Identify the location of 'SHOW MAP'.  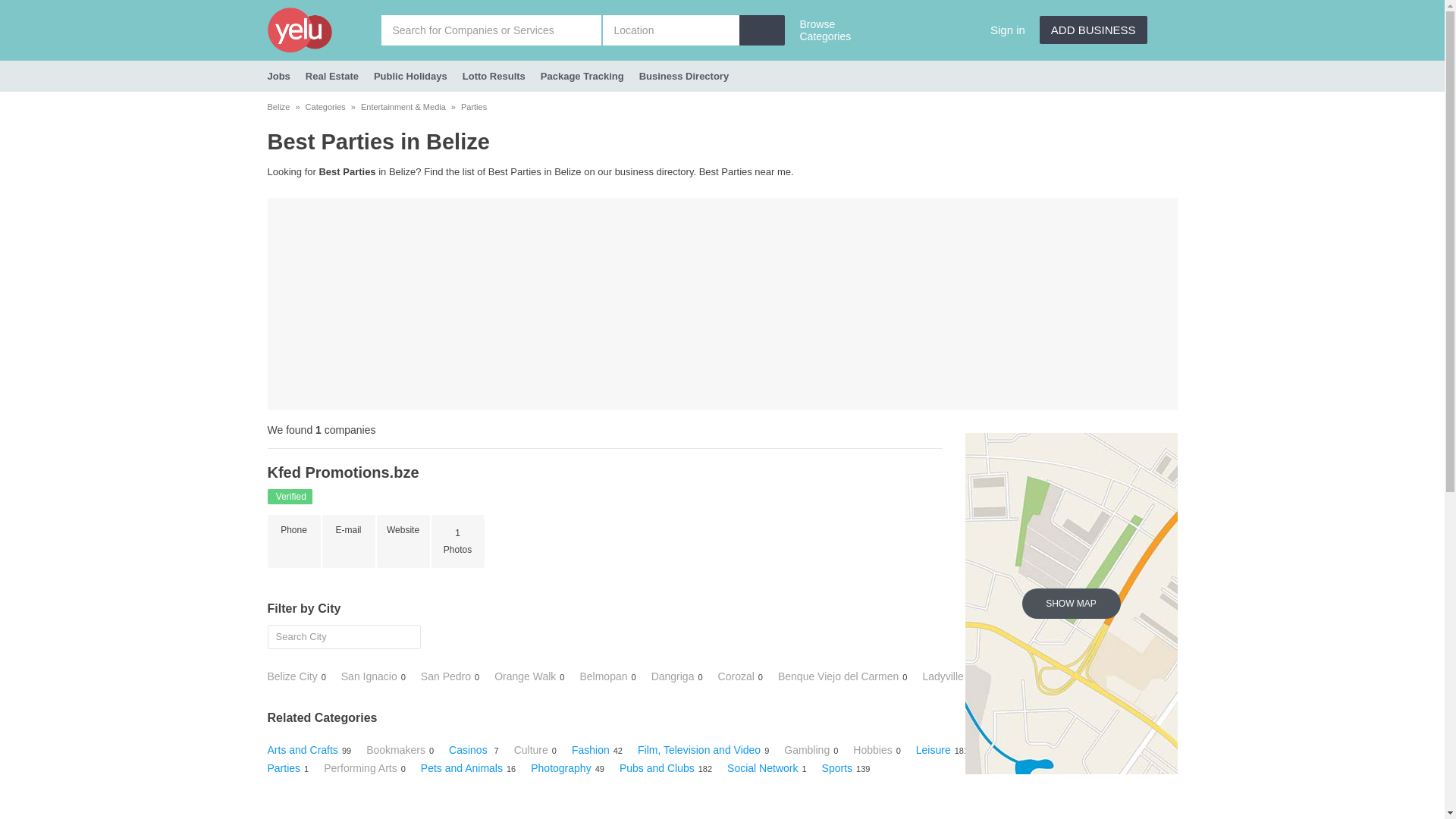
(1070, 602).